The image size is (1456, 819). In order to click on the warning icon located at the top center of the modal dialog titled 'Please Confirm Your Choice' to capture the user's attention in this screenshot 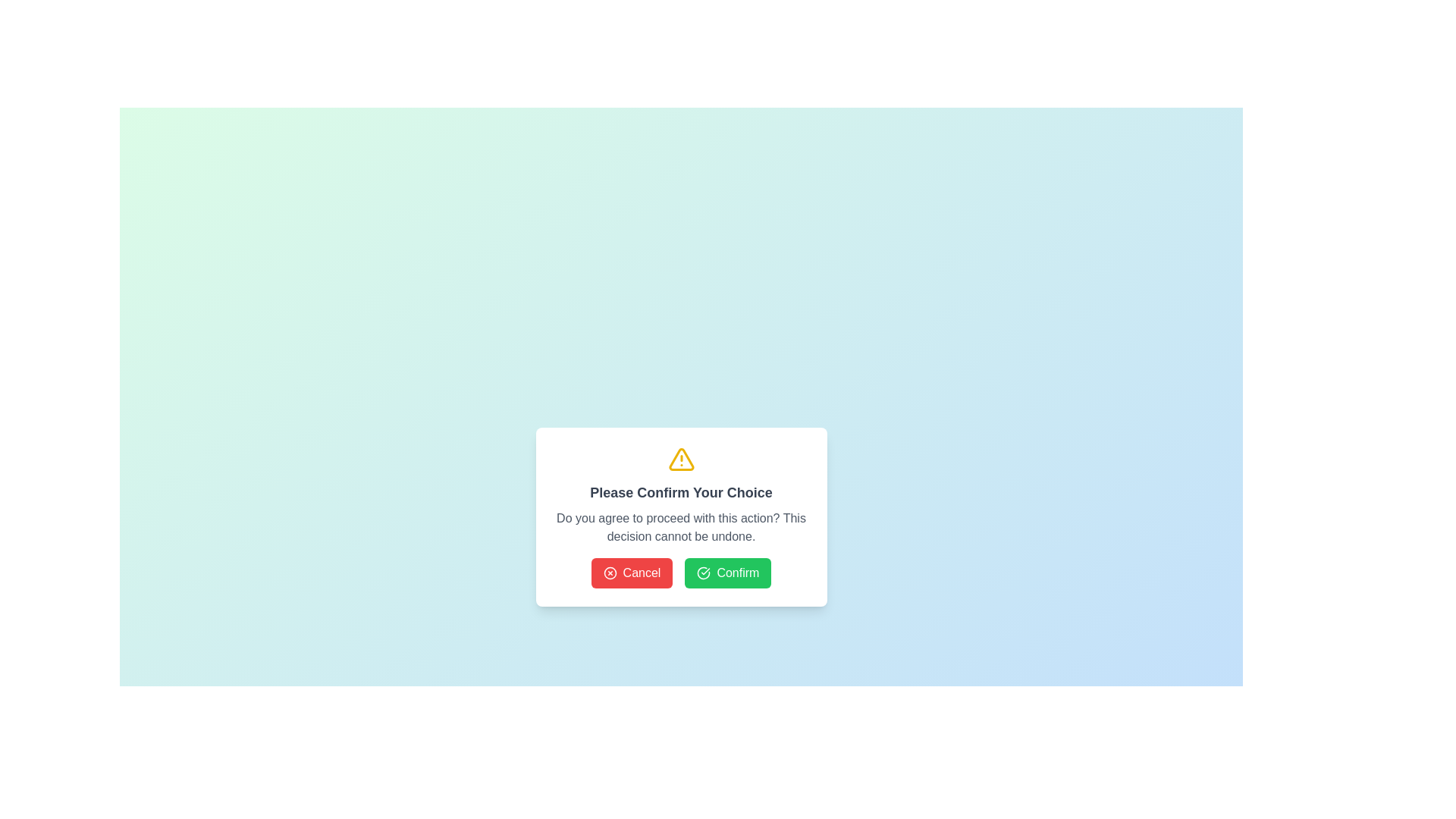, I will do `click(680, 458)`.